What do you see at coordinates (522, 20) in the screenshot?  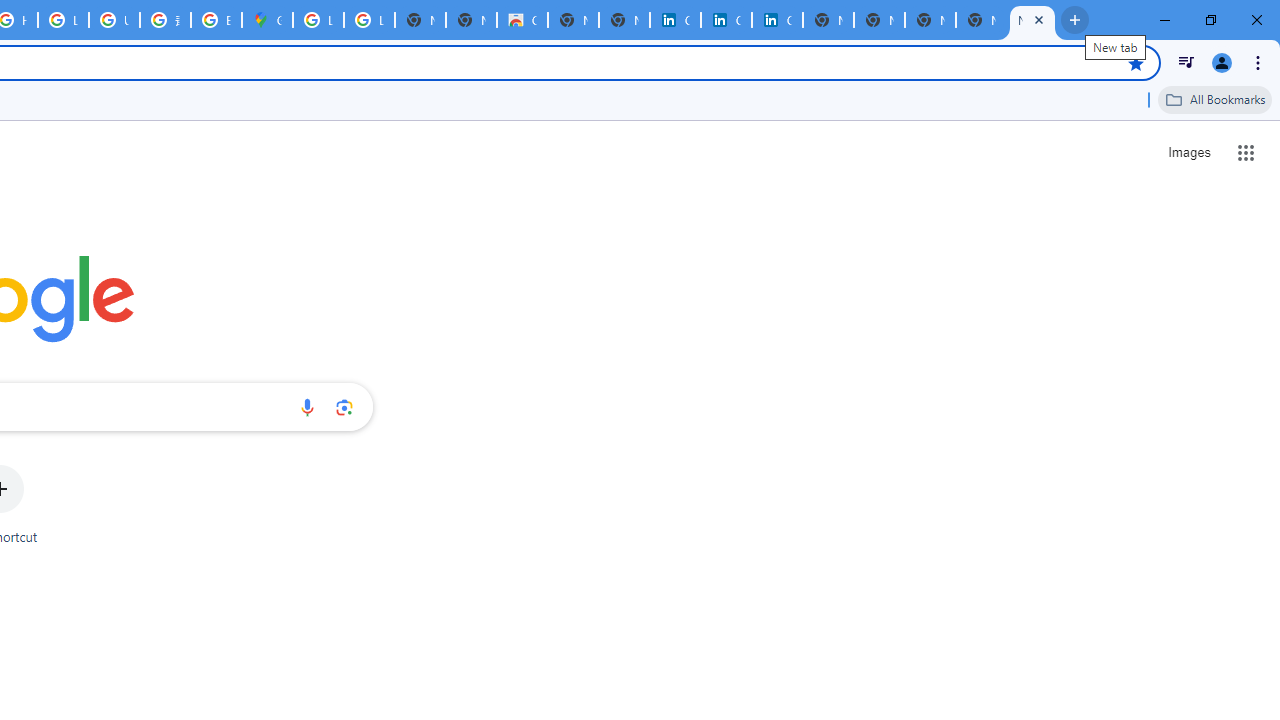 I see `'Chrome Web Store'` at bounding box center [522, 20].